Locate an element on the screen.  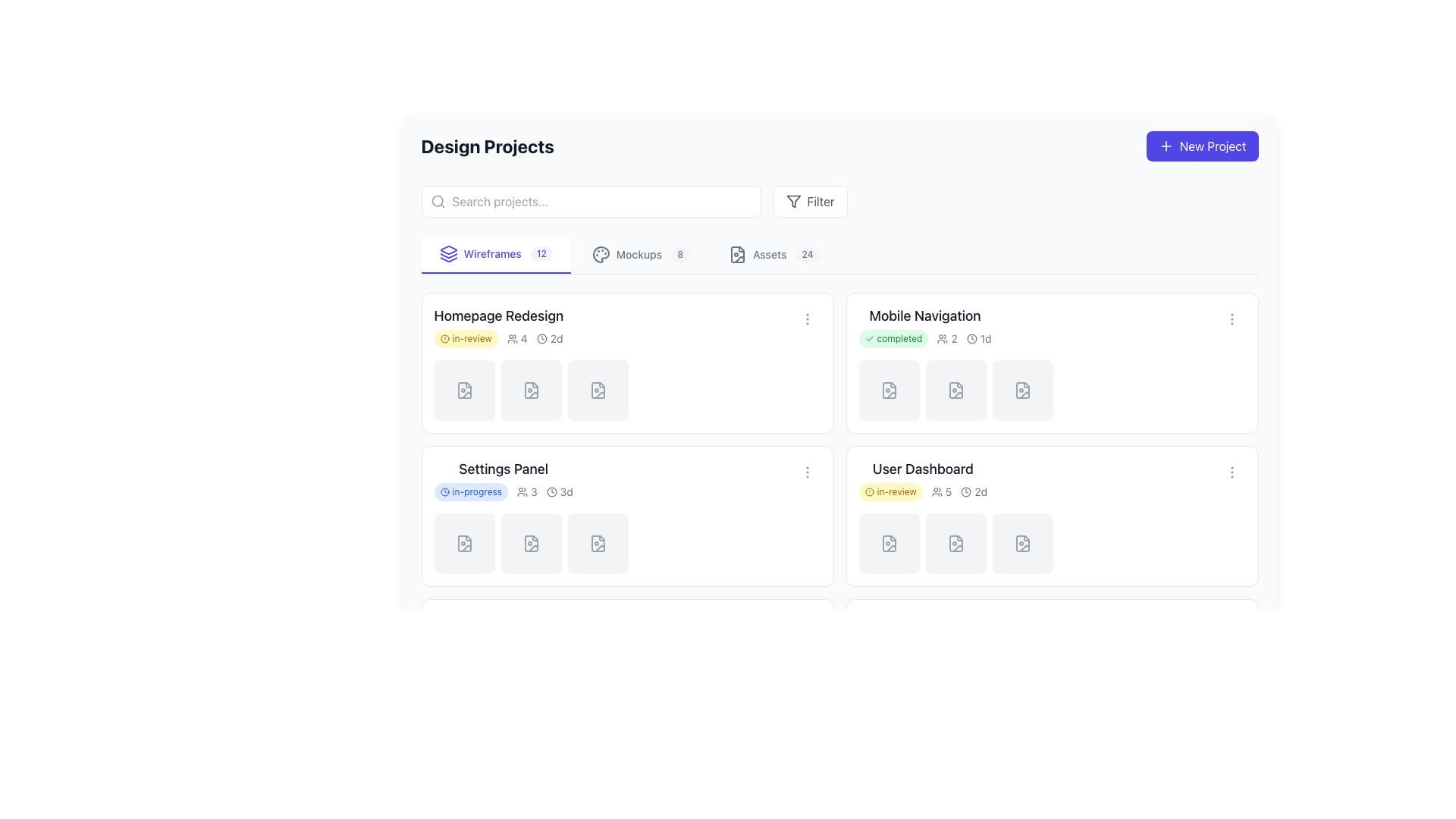
the details displayed by the user count label in the 'User Dashboard' section, which includes an icon and text indicating the number of users is located at coordinates (941, 491).